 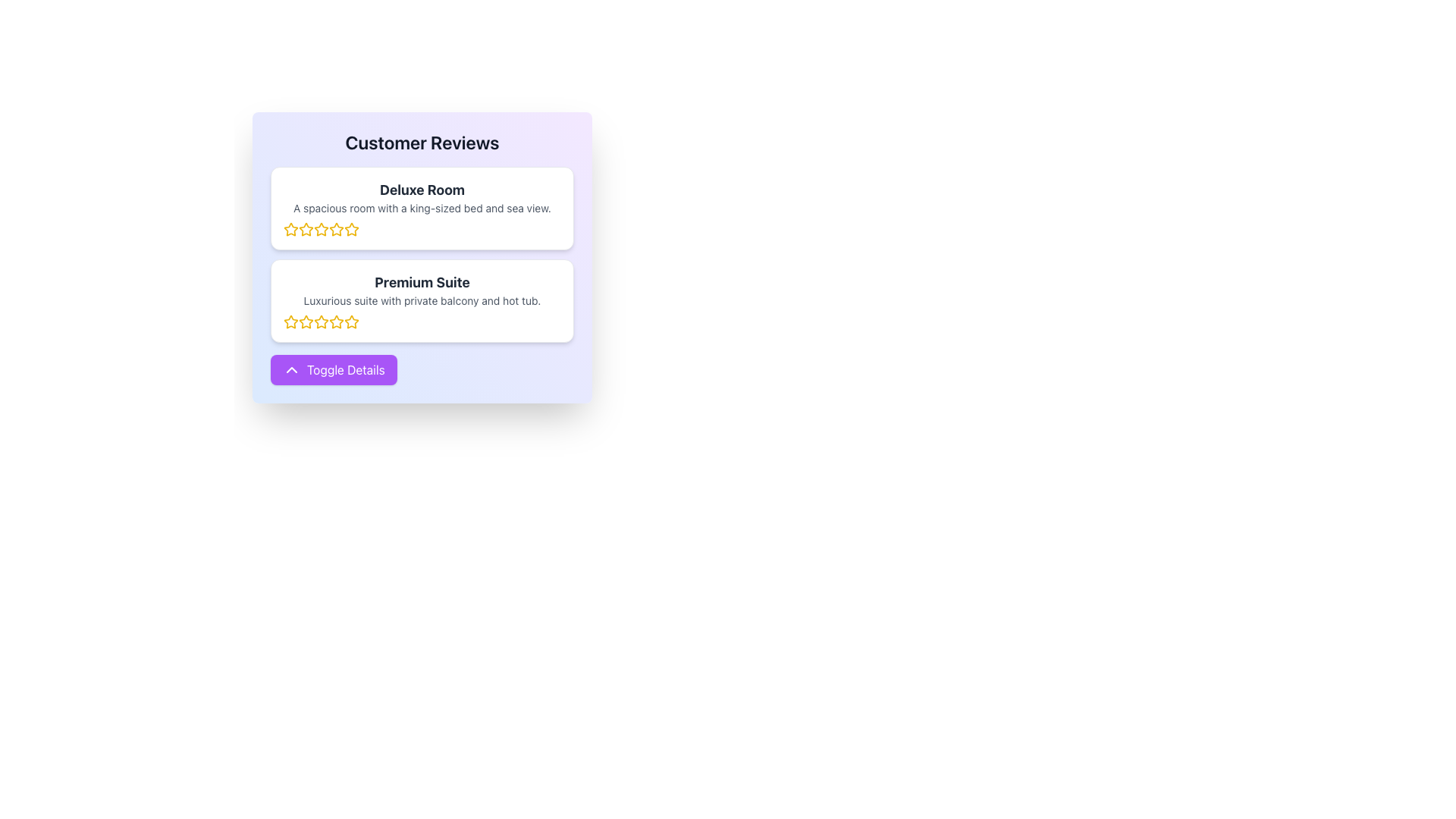 I want to click on the fifth star icon in the 5-star rating system for the 'Deluxe Room' in the 'Customer Reviews' section, so click(x=351, y=230).